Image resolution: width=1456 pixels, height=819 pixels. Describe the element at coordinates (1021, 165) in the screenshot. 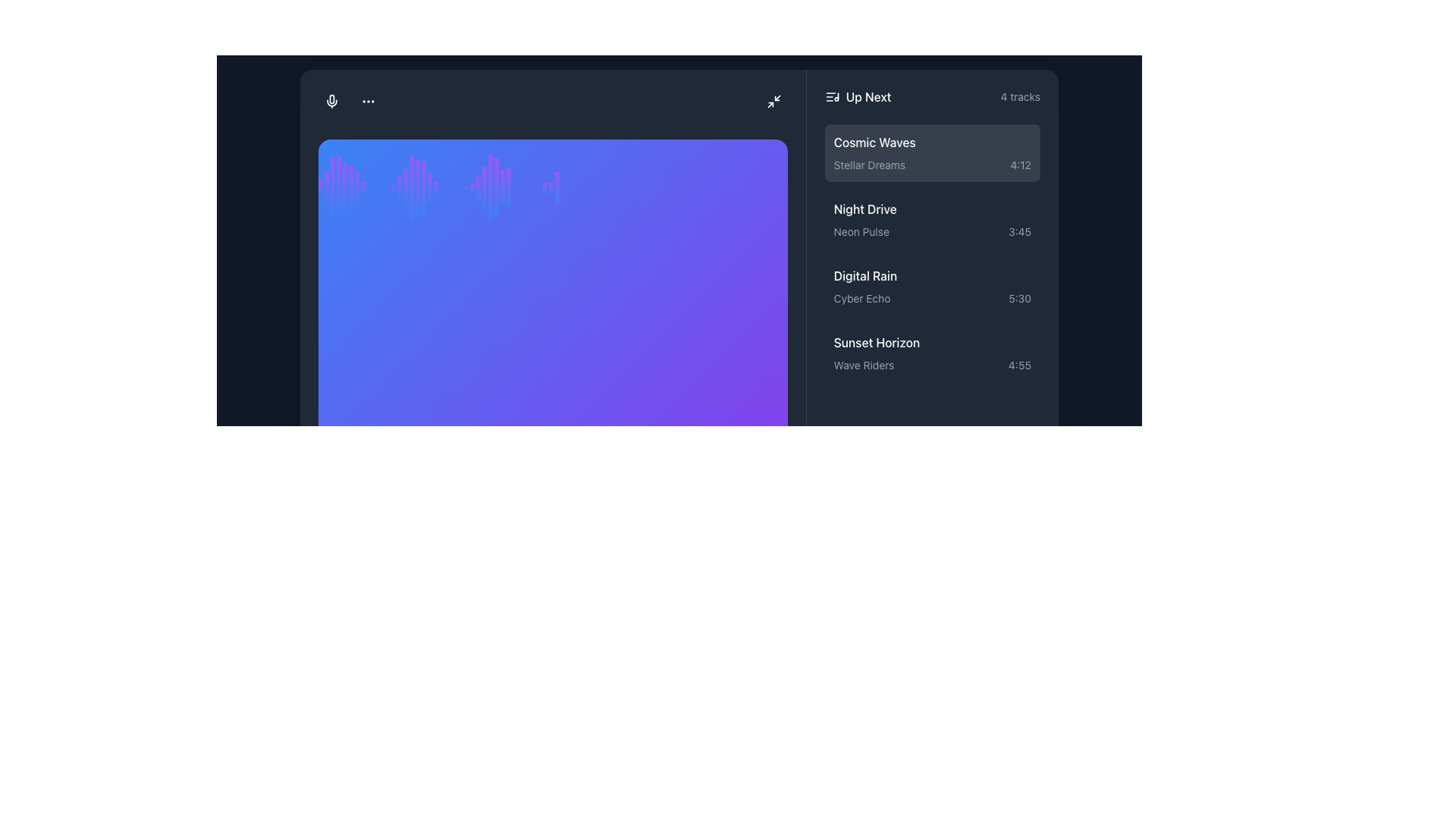

I see `the static text label displaying the duration '4:12', which is styled in light gray and positioned on the right-hand side of the row for the track 'Cosmic Waves' by 'Stellar Dreams'` at that location.